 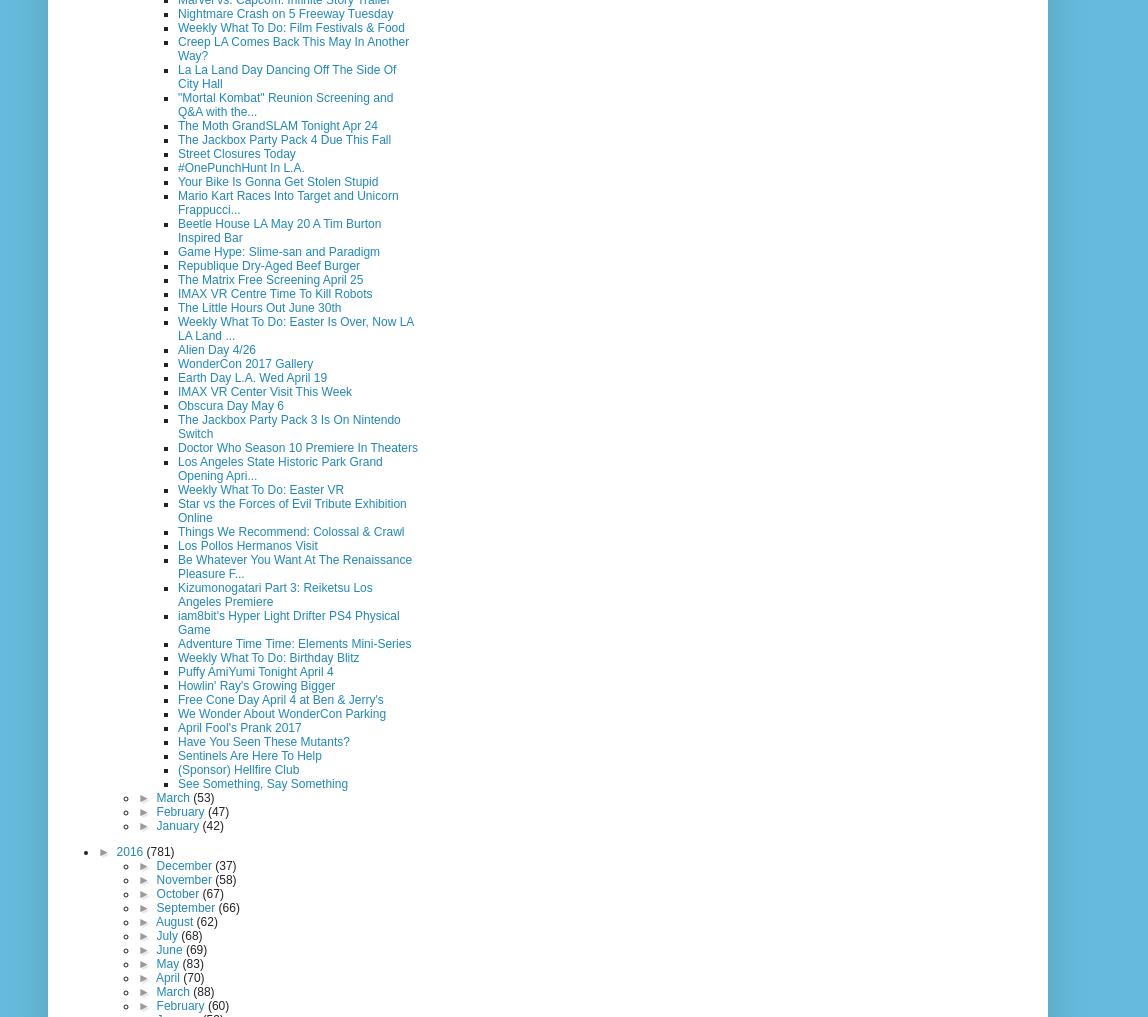 I want to click on '(60)', so click(x=218, y=1004).